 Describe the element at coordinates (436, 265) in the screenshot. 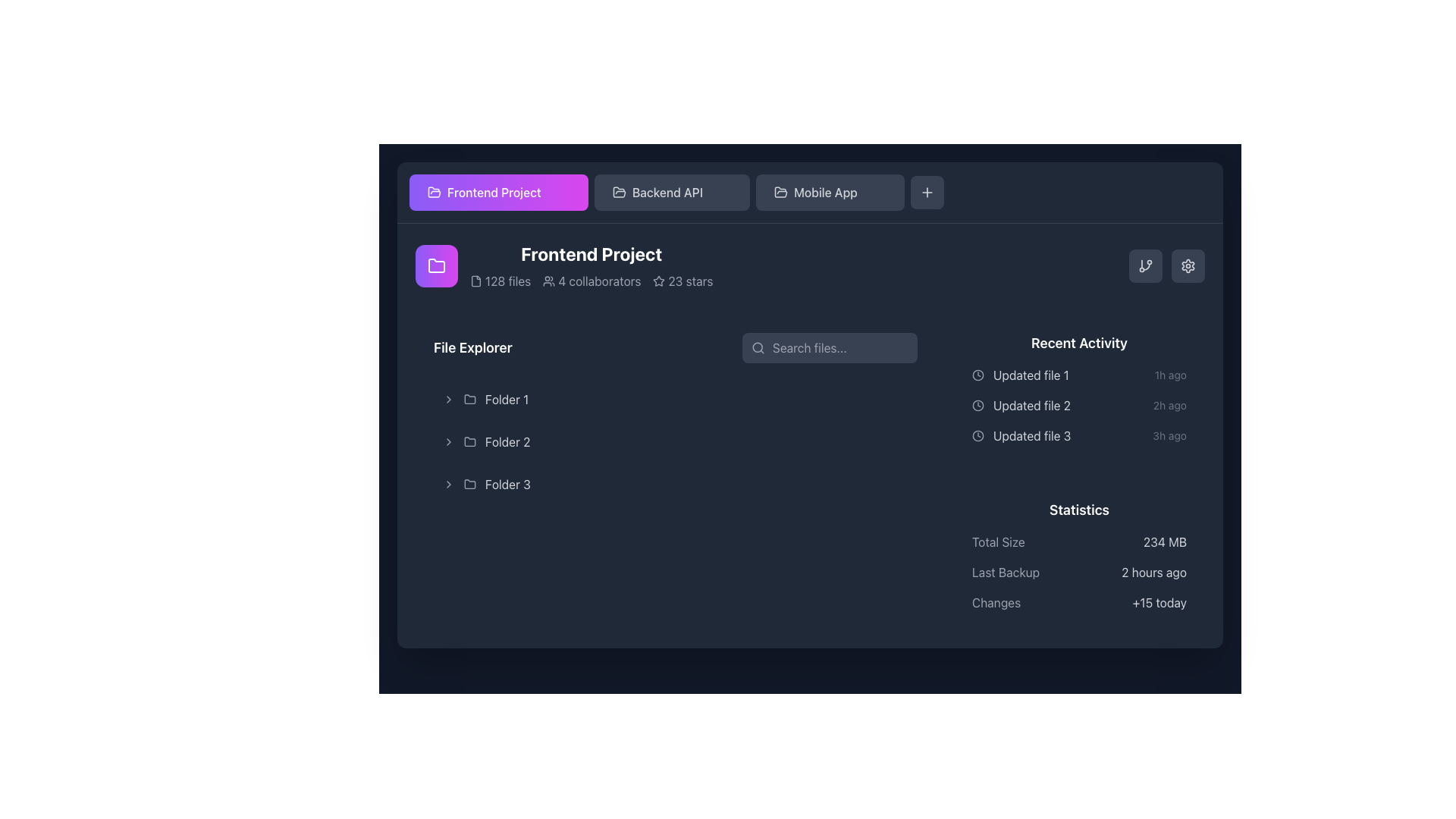

I see `the folder icon, which is an SVG graphic representation of a project, located directly above the text 'Frontend Project'` at that location.